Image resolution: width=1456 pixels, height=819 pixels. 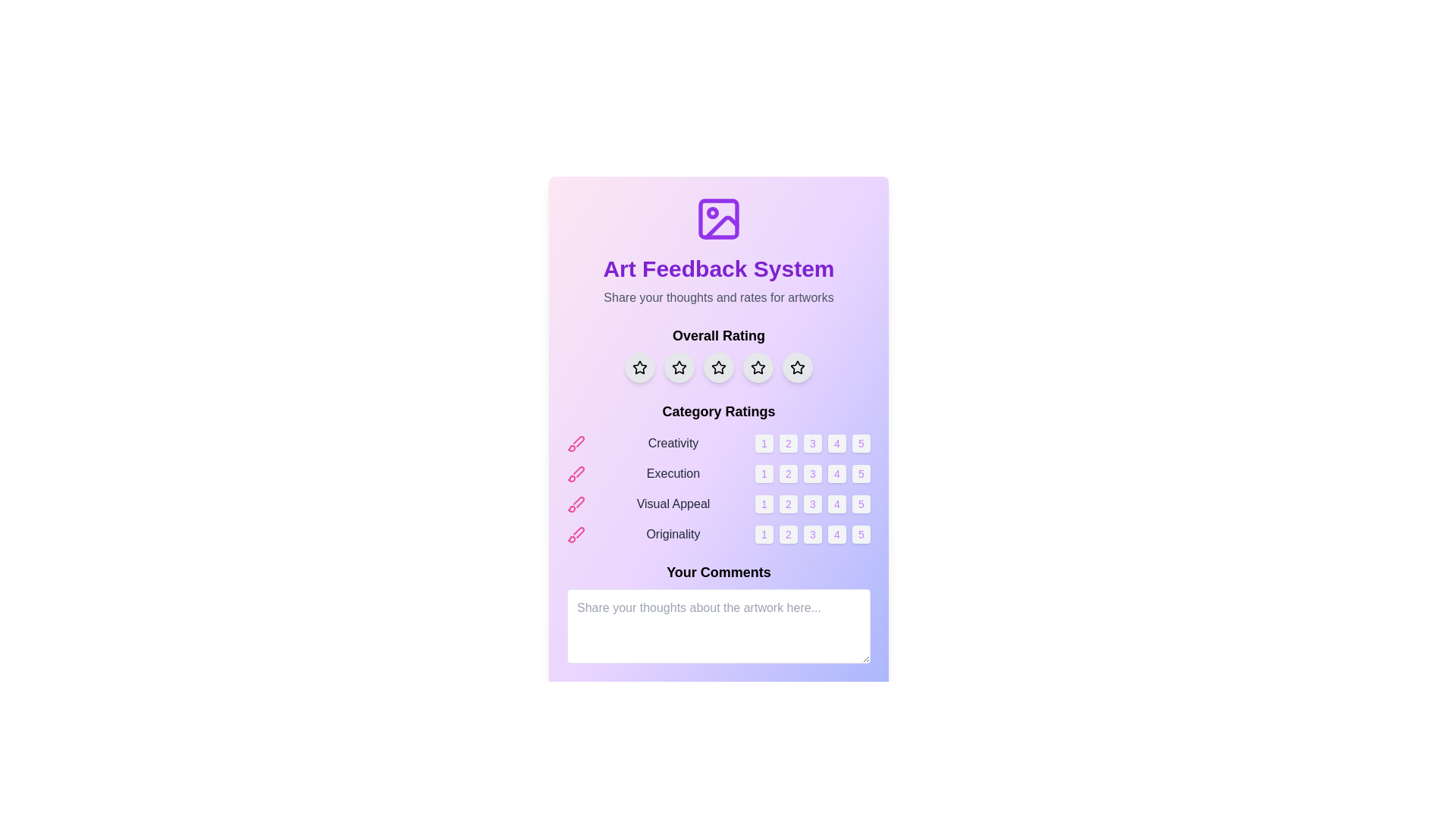 What do you see at coordinates (811, 504) in the screenshot?
I see `the small, rounded rectangular button displaying the number '3' with a light purple text color, located in the third column of the 'Visual Appeal' row under 'Category Ratings', to observe the visual feedback` at bounding box center [811, 504].